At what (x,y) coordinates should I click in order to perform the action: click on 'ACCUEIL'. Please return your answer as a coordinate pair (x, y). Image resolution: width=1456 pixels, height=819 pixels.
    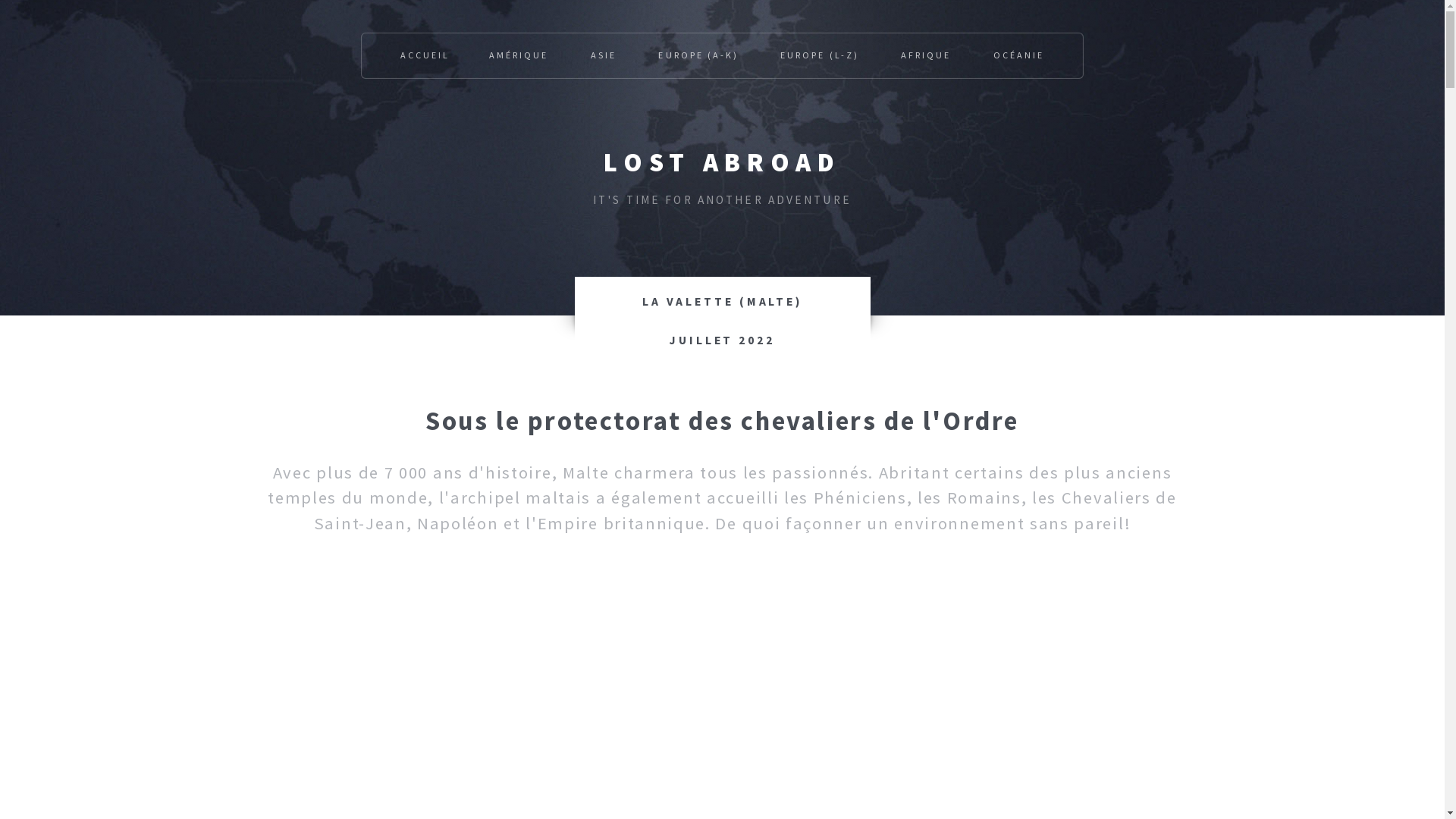
    Looking at the image, I should click on (425, 55).